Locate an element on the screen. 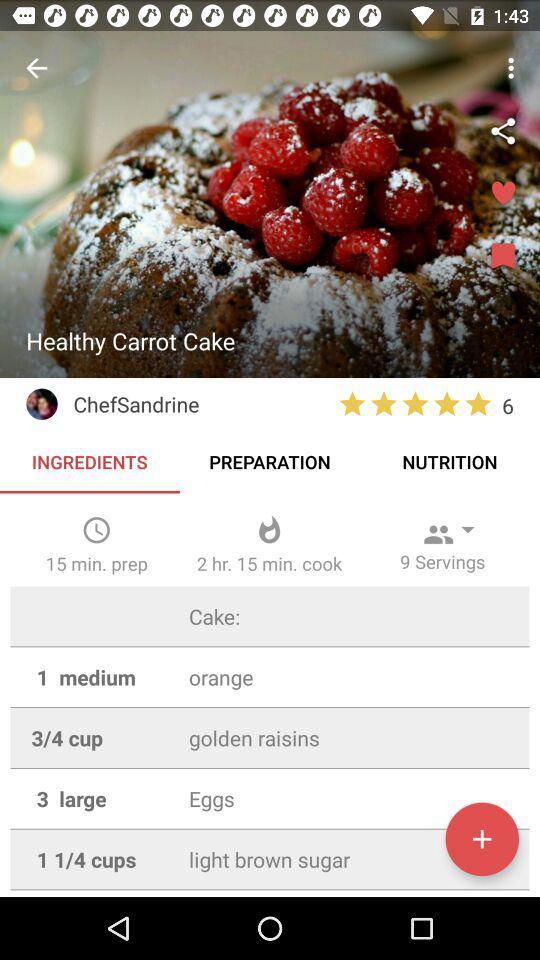  setting is located at coordinates (502, 130).